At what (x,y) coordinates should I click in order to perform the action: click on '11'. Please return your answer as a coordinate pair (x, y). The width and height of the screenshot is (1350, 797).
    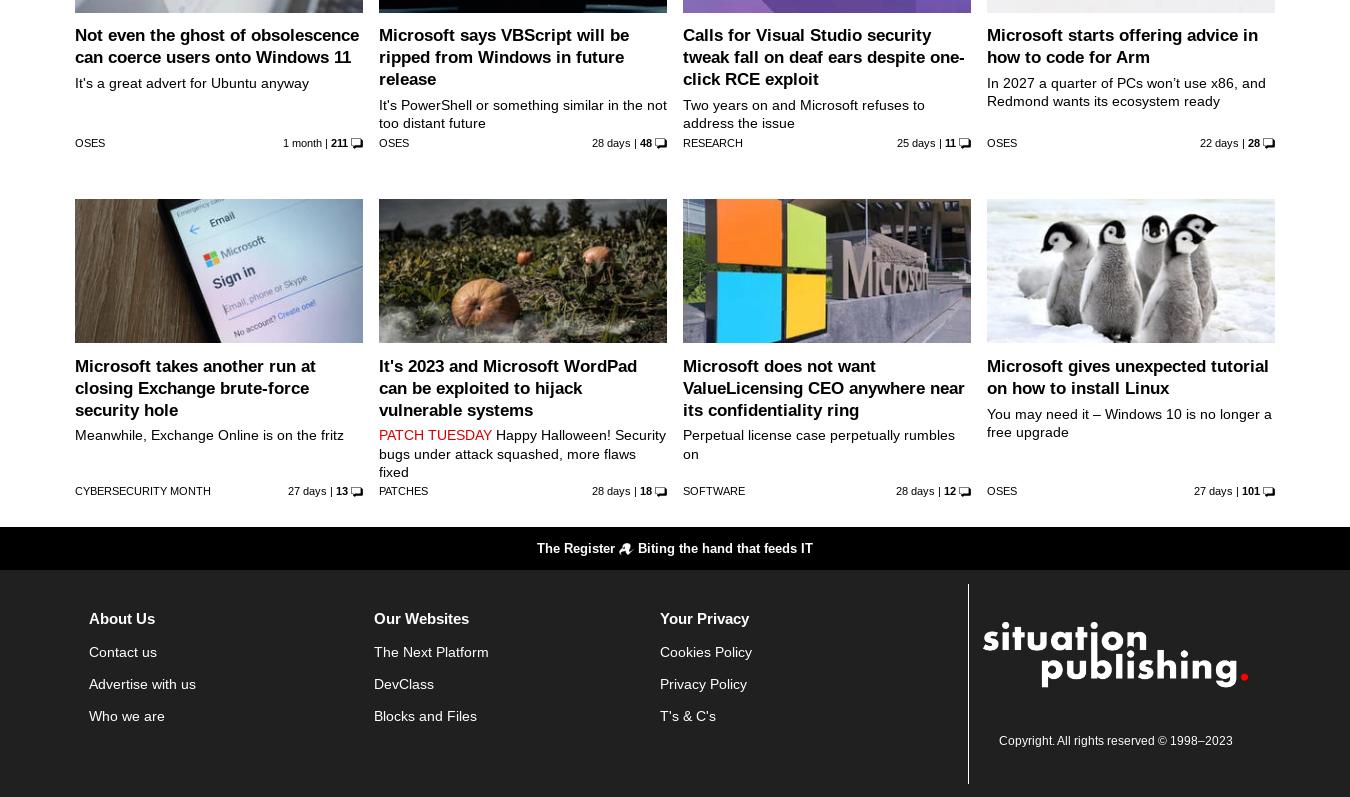
    Looking at the image, I should click on (948, 141).